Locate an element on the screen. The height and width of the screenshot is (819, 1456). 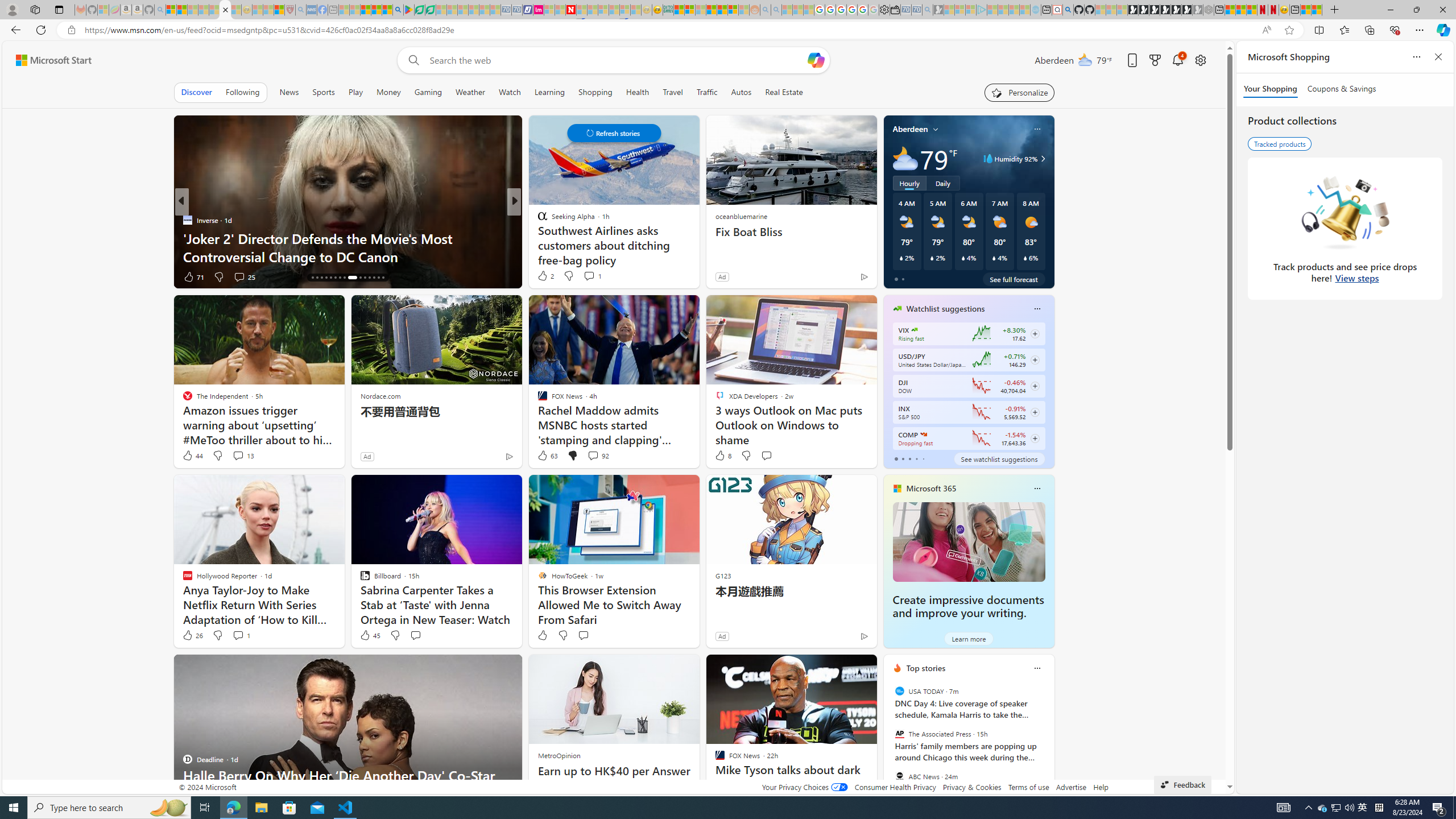
'Feedback' is located at coordinates (1182, 784).